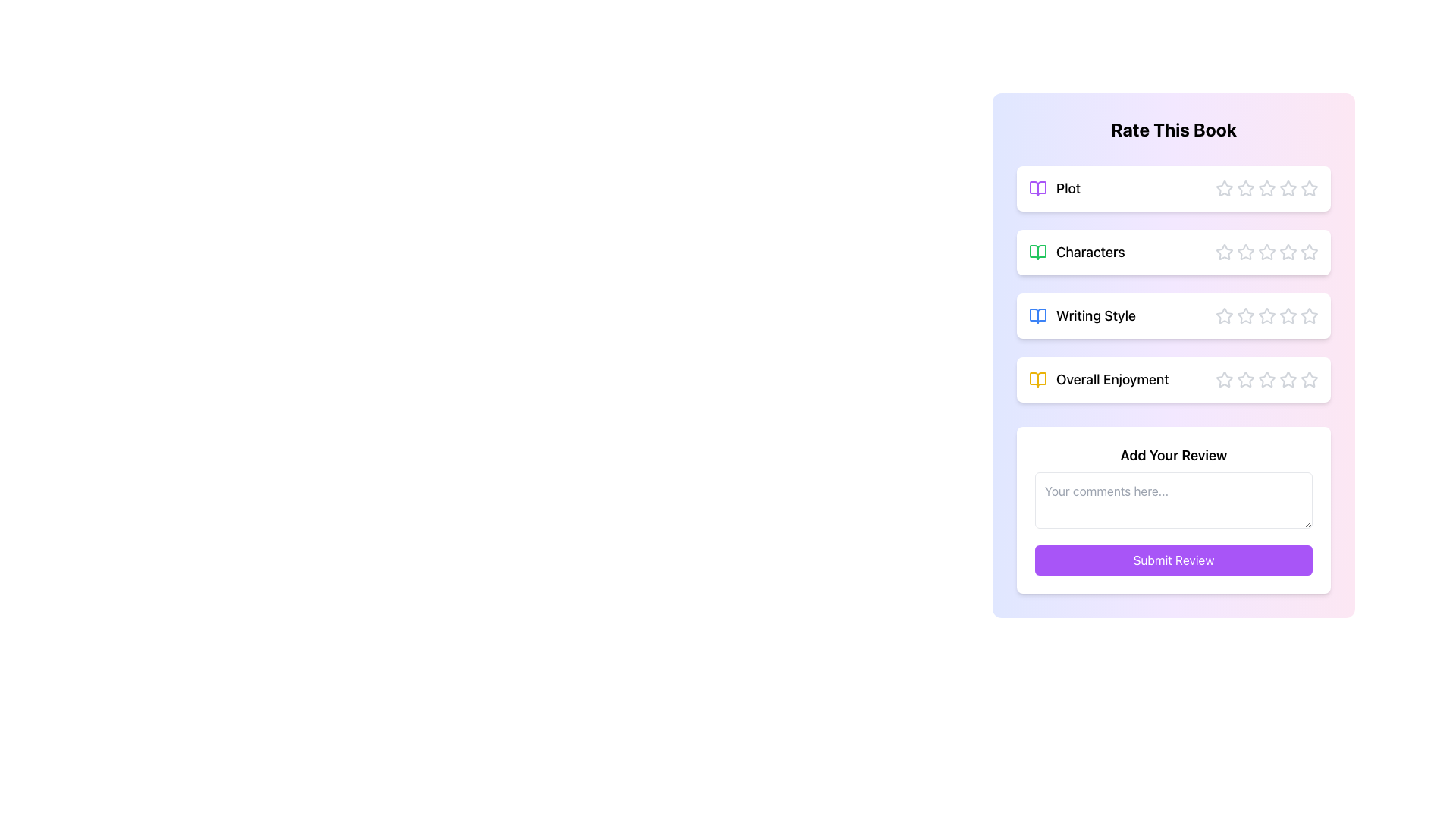  I want to click on the fourth star icon in the rating component under the 'Plot' section to indicate a four-star rating for the 'Rate This Book' panel, so click(1266, 188).